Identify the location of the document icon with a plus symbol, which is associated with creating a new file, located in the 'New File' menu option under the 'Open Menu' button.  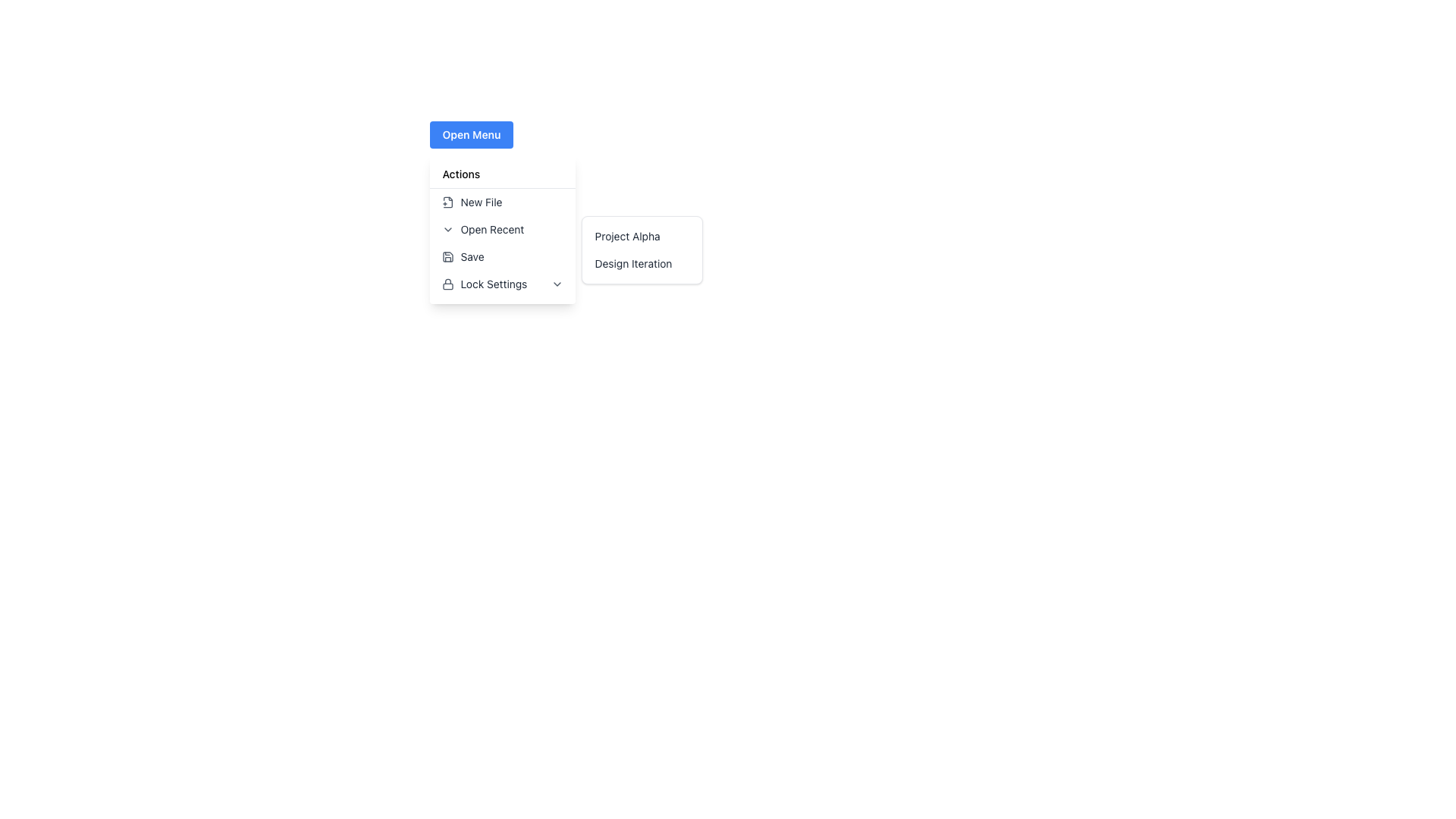
(447, 201).